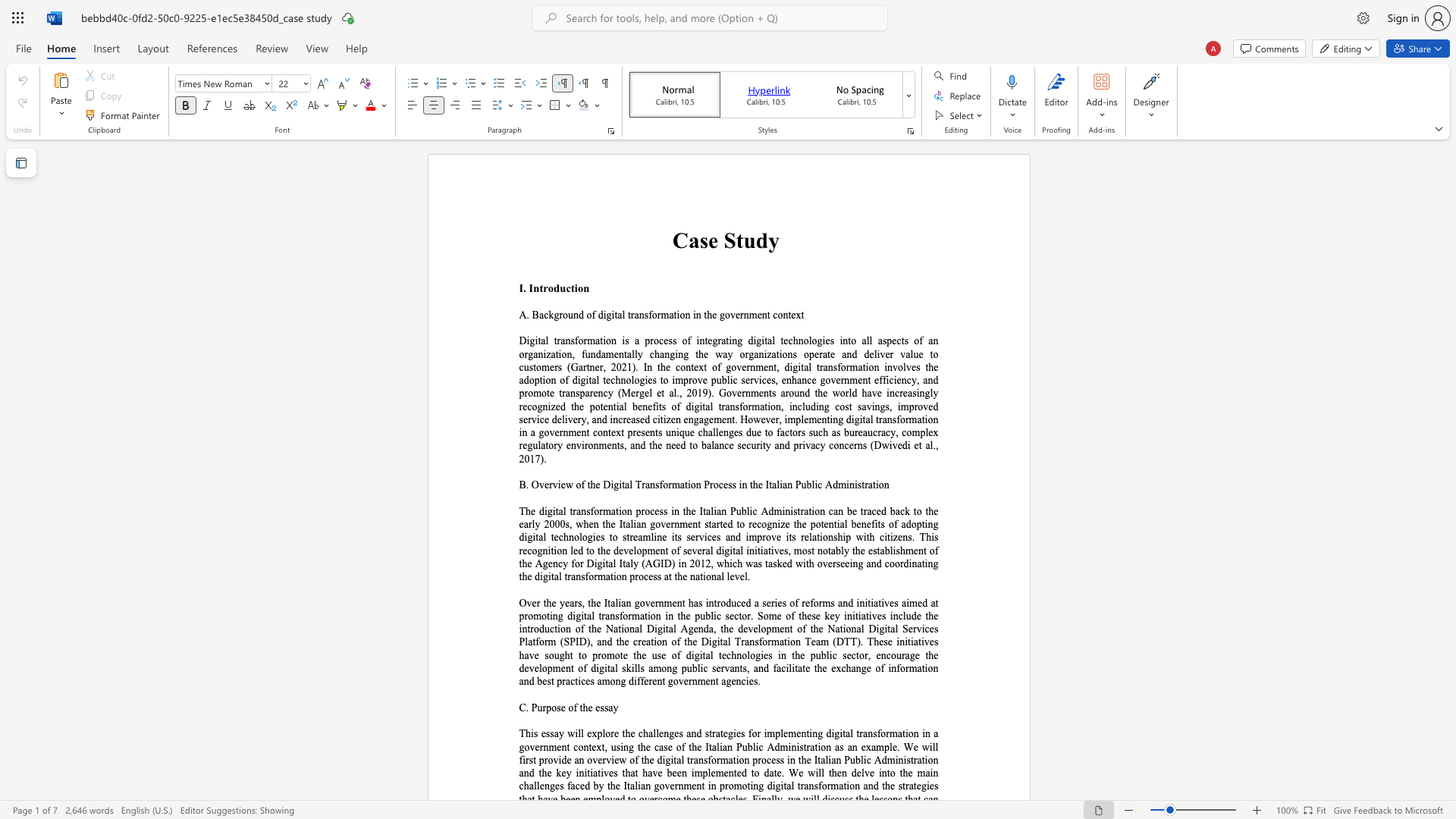  What do you see at coordinates (533, 288) in the screenshot?
I see `the subset text "nt" within the text "I. Introduction"` at bounding box center [533, 288].